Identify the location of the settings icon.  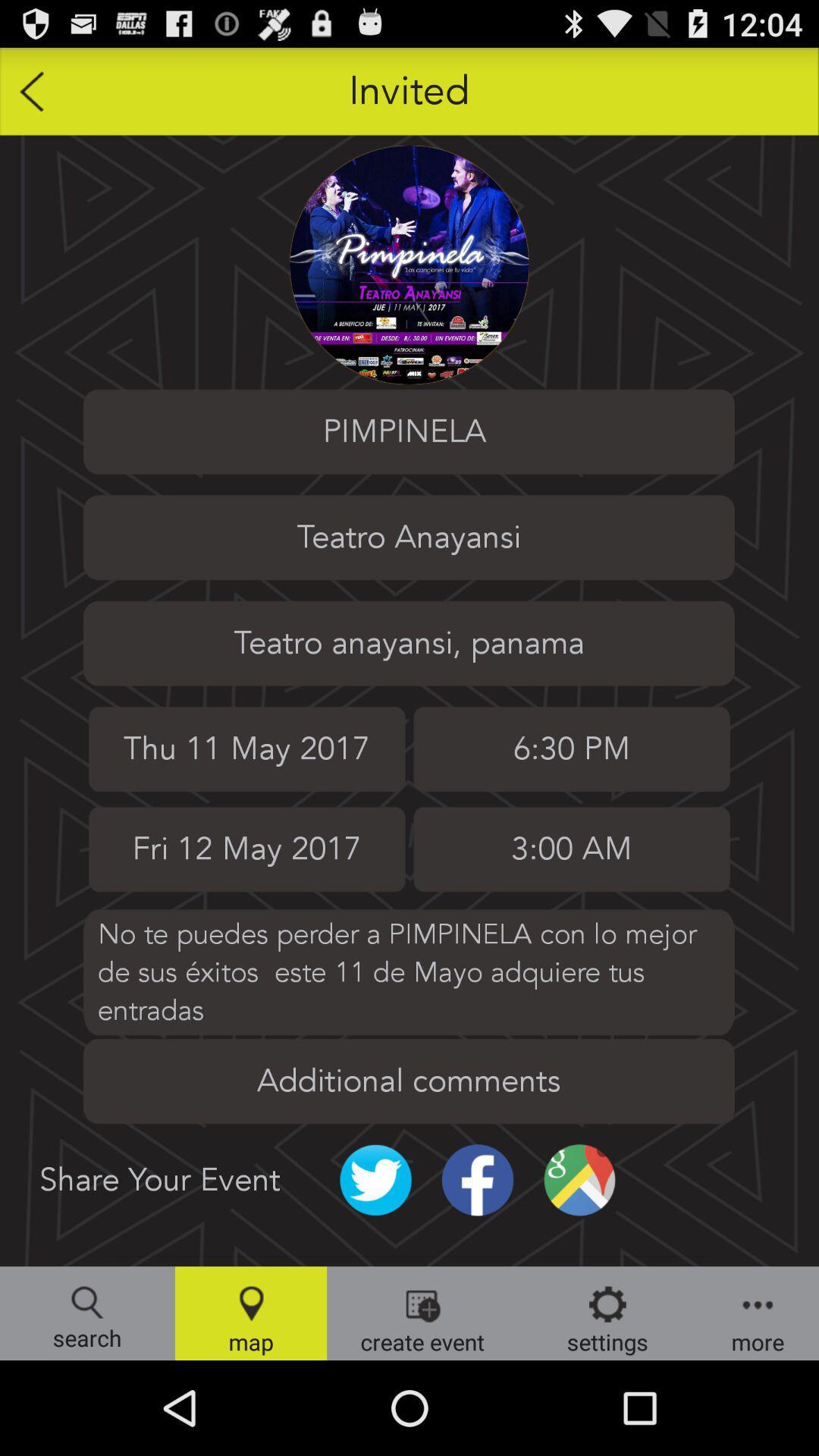
(607, 1313).